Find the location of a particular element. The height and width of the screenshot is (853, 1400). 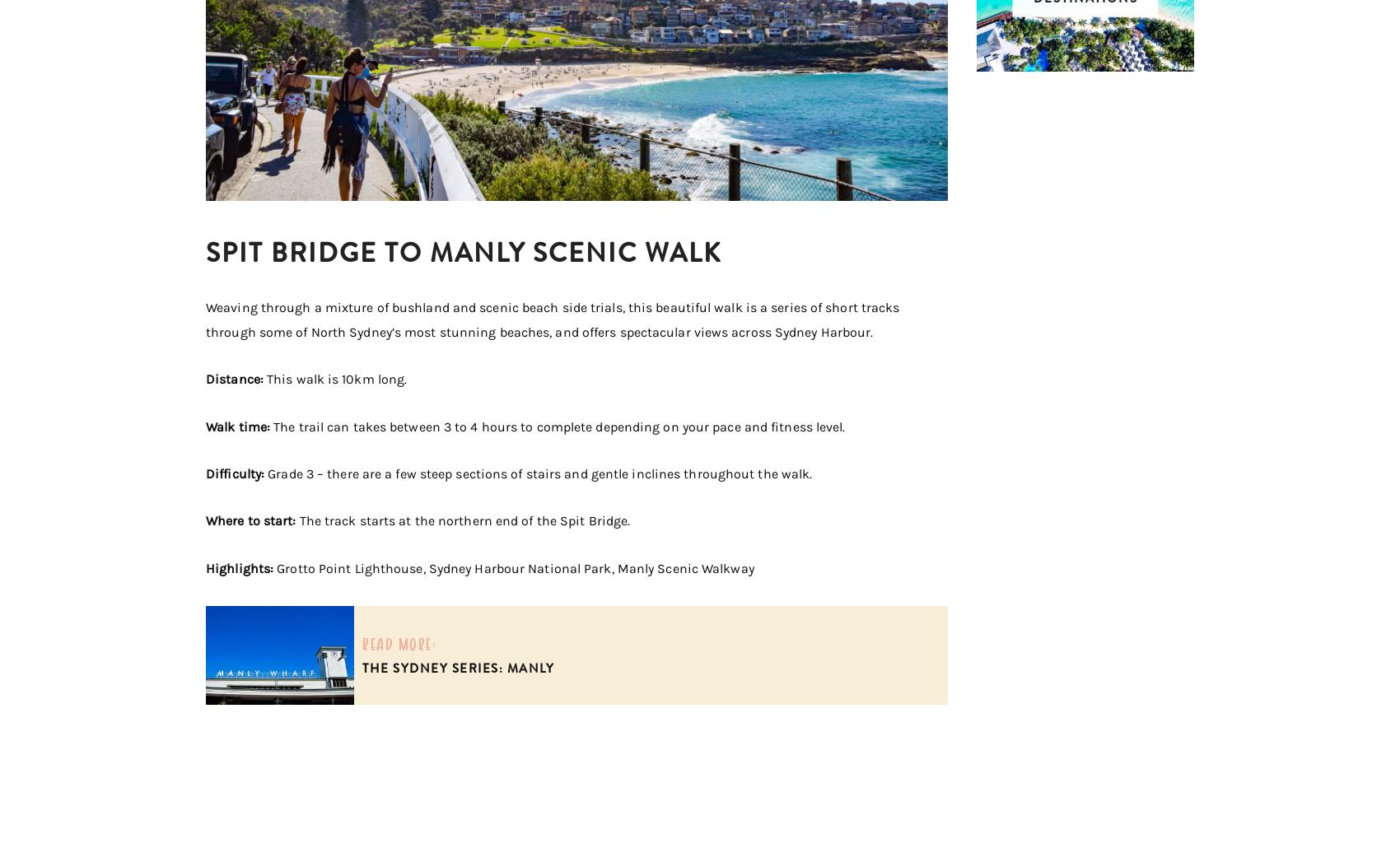

'Grotto Point Lighthouse, Sydney Harbour National Park, Manly Scenic Walkway' is located at coordinates (514, 567).